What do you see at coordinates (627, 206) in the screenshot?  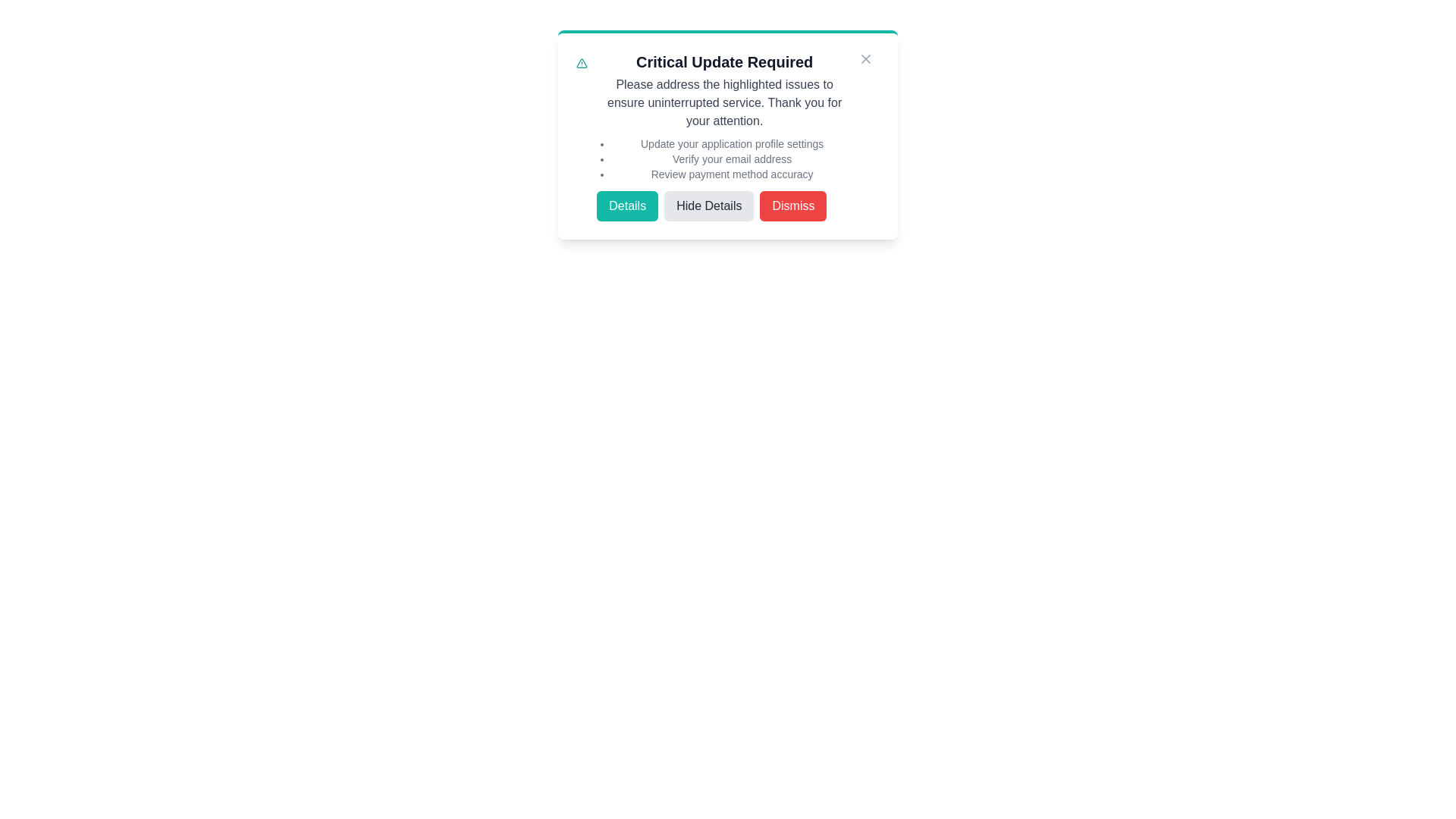 I see `the leftmost button in the group of three buttons, located below the 'Critical Update Required' card` at bounding box center [627, 206].